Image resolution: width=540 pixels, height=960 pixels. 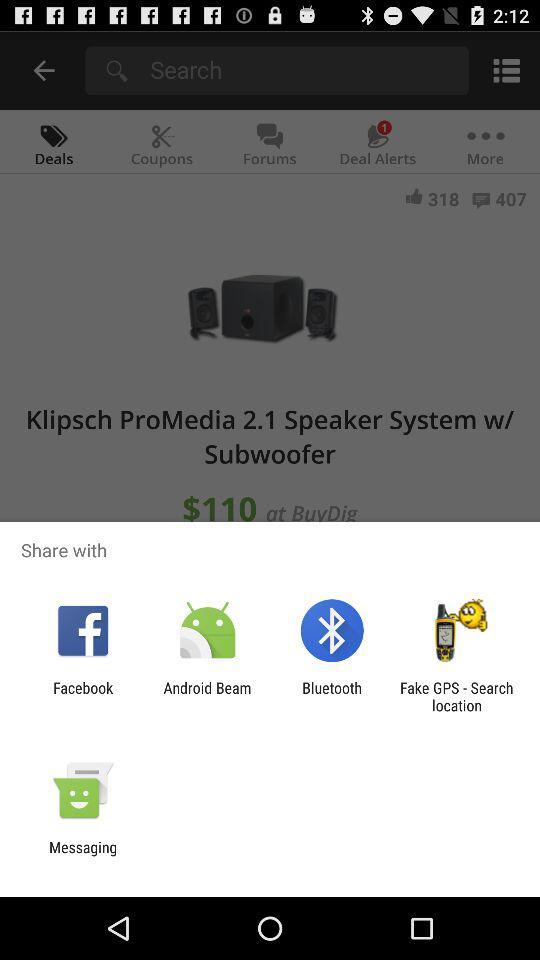 What do you see at coordinates (332, 696) in the screenshot?
I see `app next to fake gps search icon` at bounding box center [332, 696].